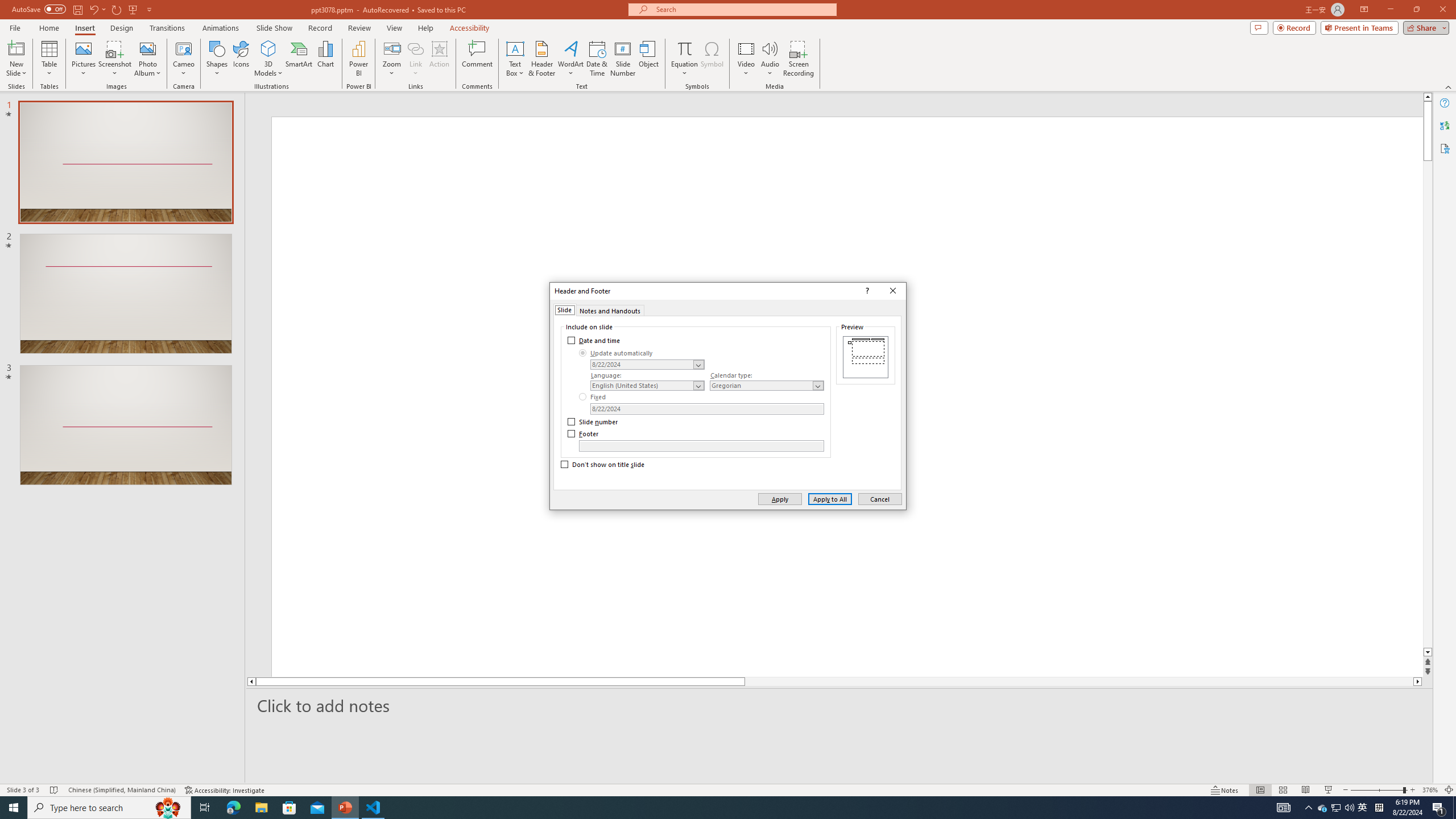  What do you see at coordinates (593, 396) in the screenshot?
I see `'Fixed'` at bounding box center [593, 396].